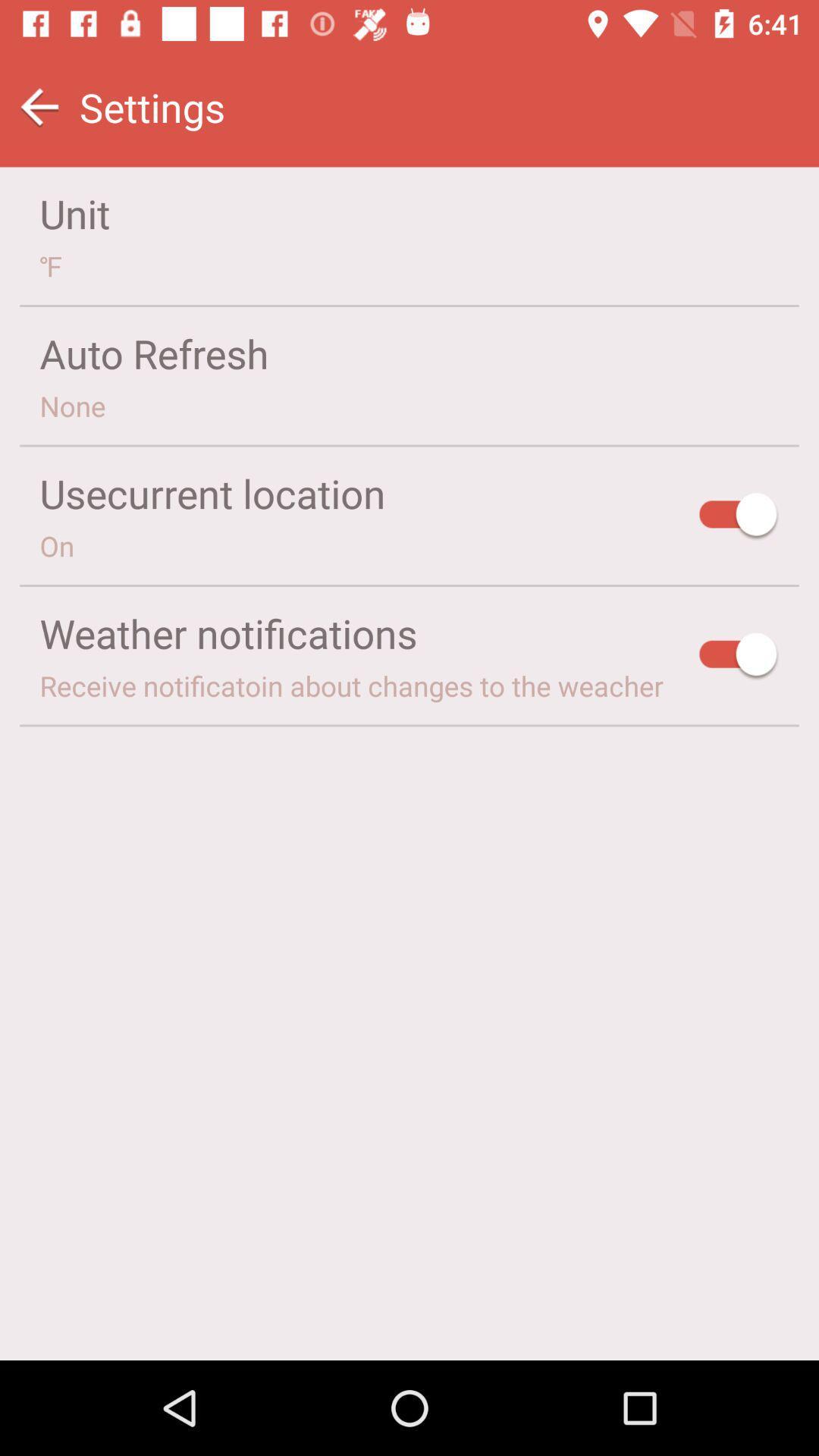 The width and height of the screenshot is (819, 1456). Describe the element at coordinates (39, 106) in the screenshot. I see `icon above the unit item` at that location.